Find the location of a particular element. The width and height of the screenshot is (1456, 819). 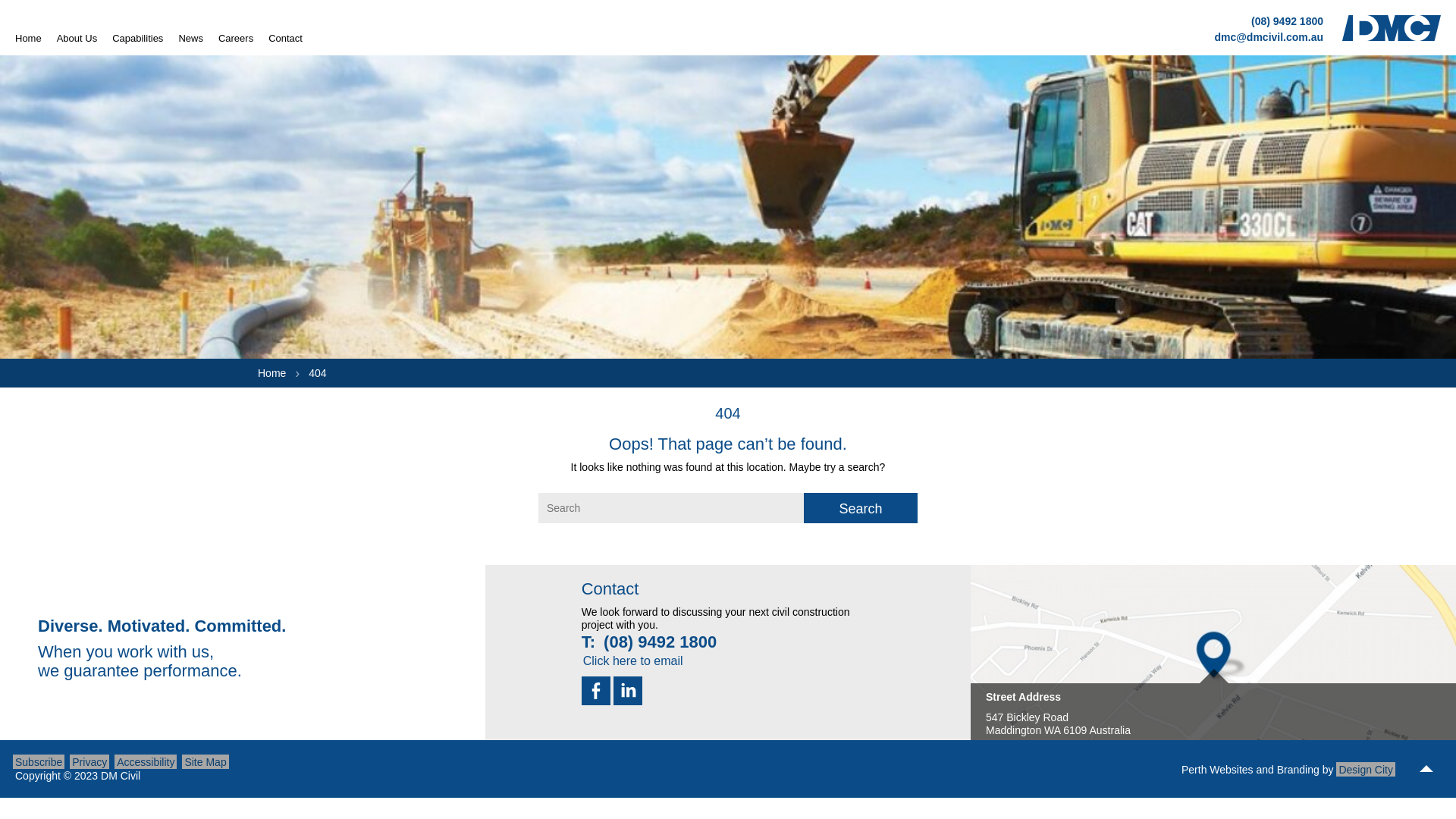

'Subscribe' is located at coordinates (39, 761).